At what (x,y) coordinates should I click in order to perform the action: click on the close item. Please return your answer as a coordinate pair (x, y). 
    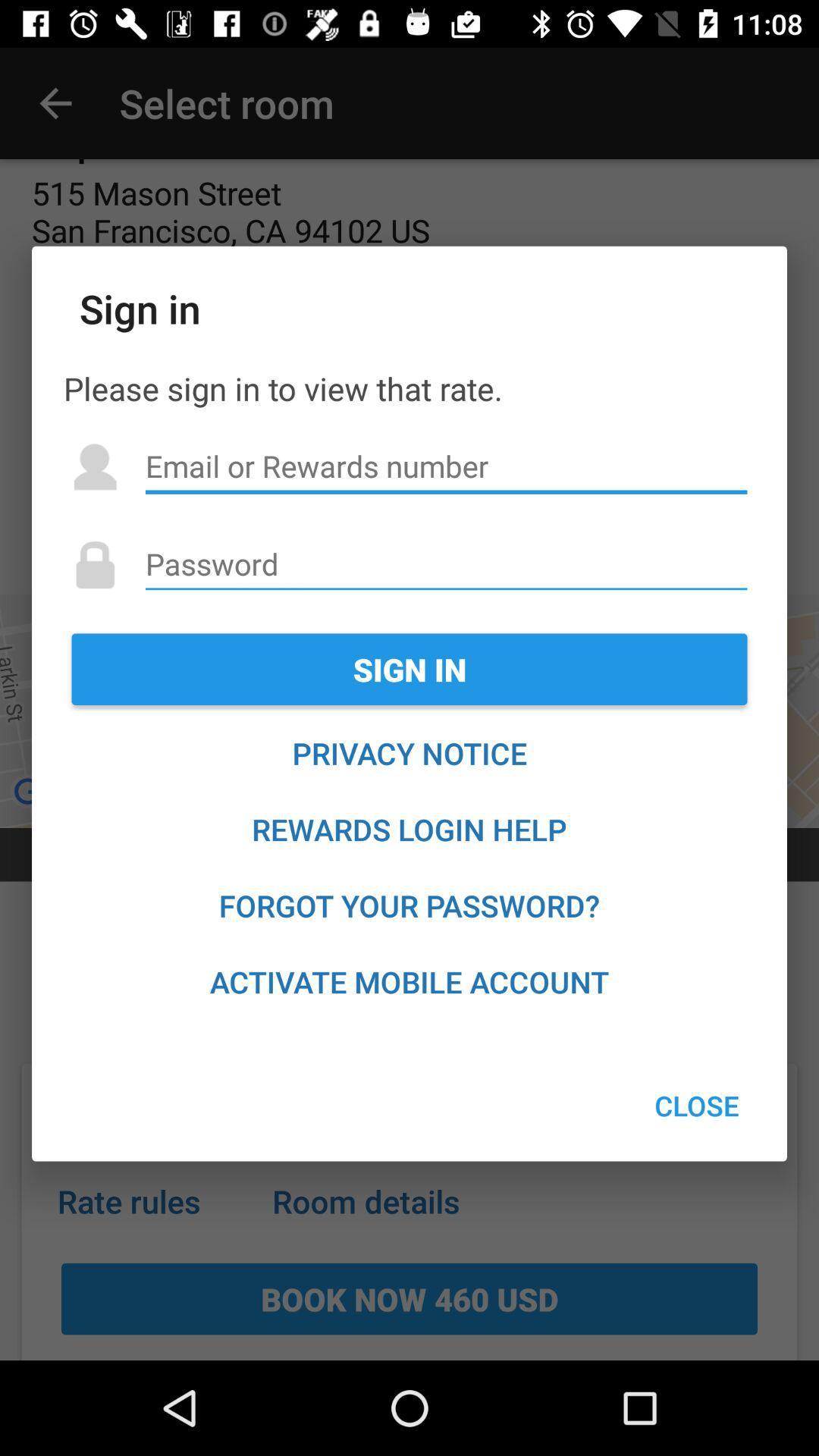
    Looking at the image, I should click on (697, 1106).